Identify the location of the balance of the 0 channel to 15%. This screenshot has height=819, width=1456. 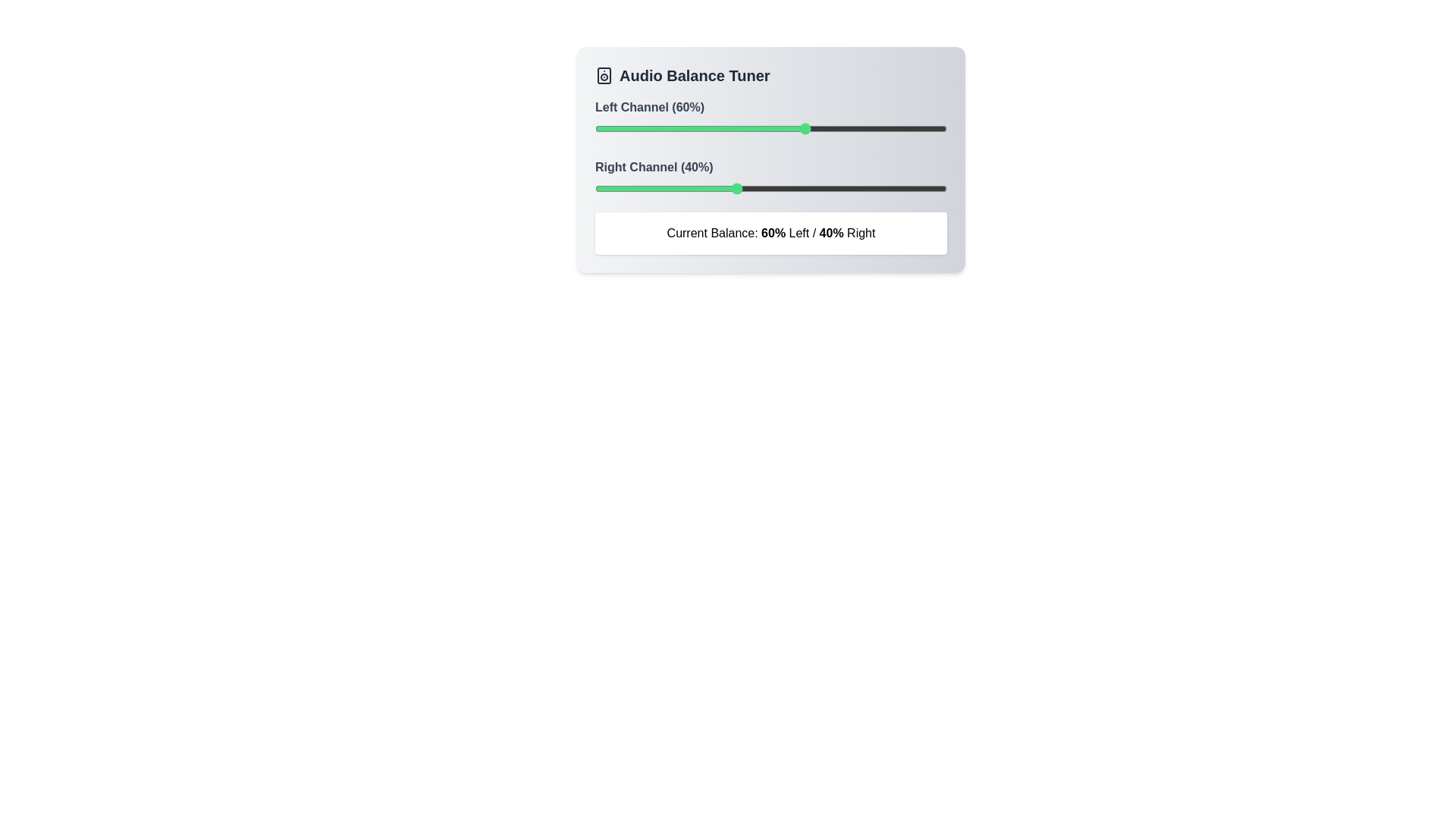
(648, 127).